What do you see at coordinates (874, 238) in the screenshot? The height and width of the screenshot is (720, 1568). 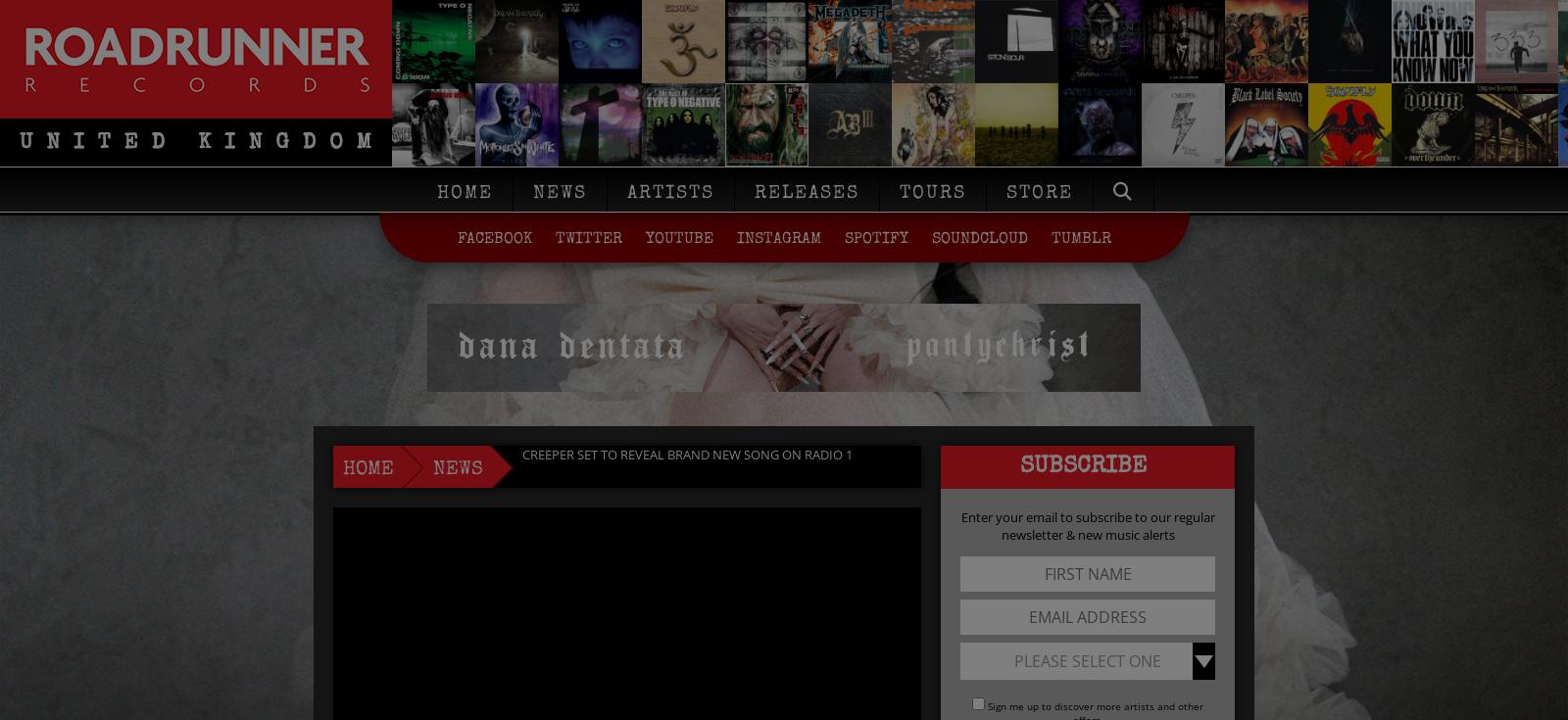 I see `'Spotify'` at bounding box center [874, 238].